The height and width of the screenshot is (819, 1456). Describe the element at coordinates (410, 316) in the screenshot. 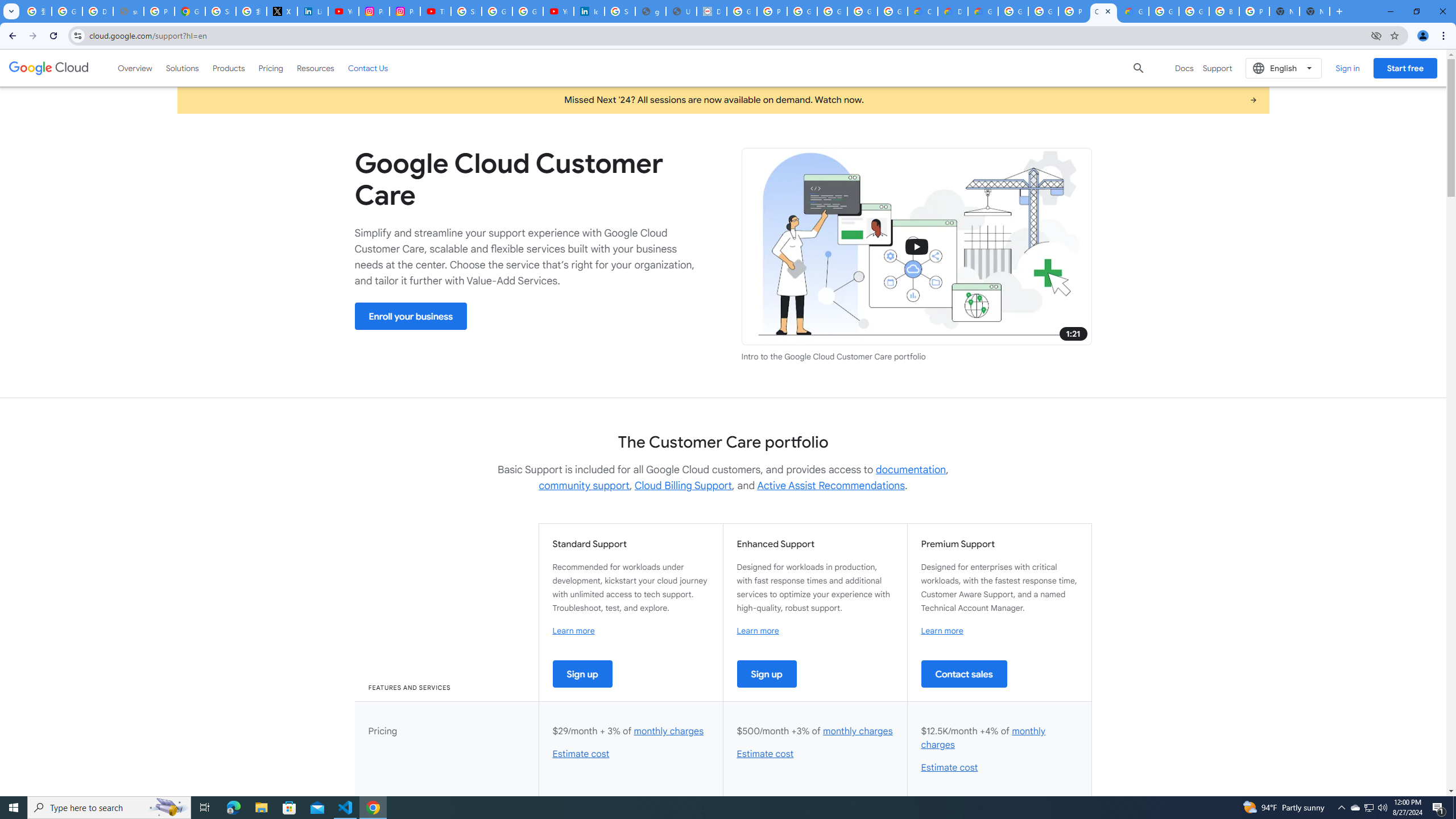

I see `'Enroll your business'` at that location.